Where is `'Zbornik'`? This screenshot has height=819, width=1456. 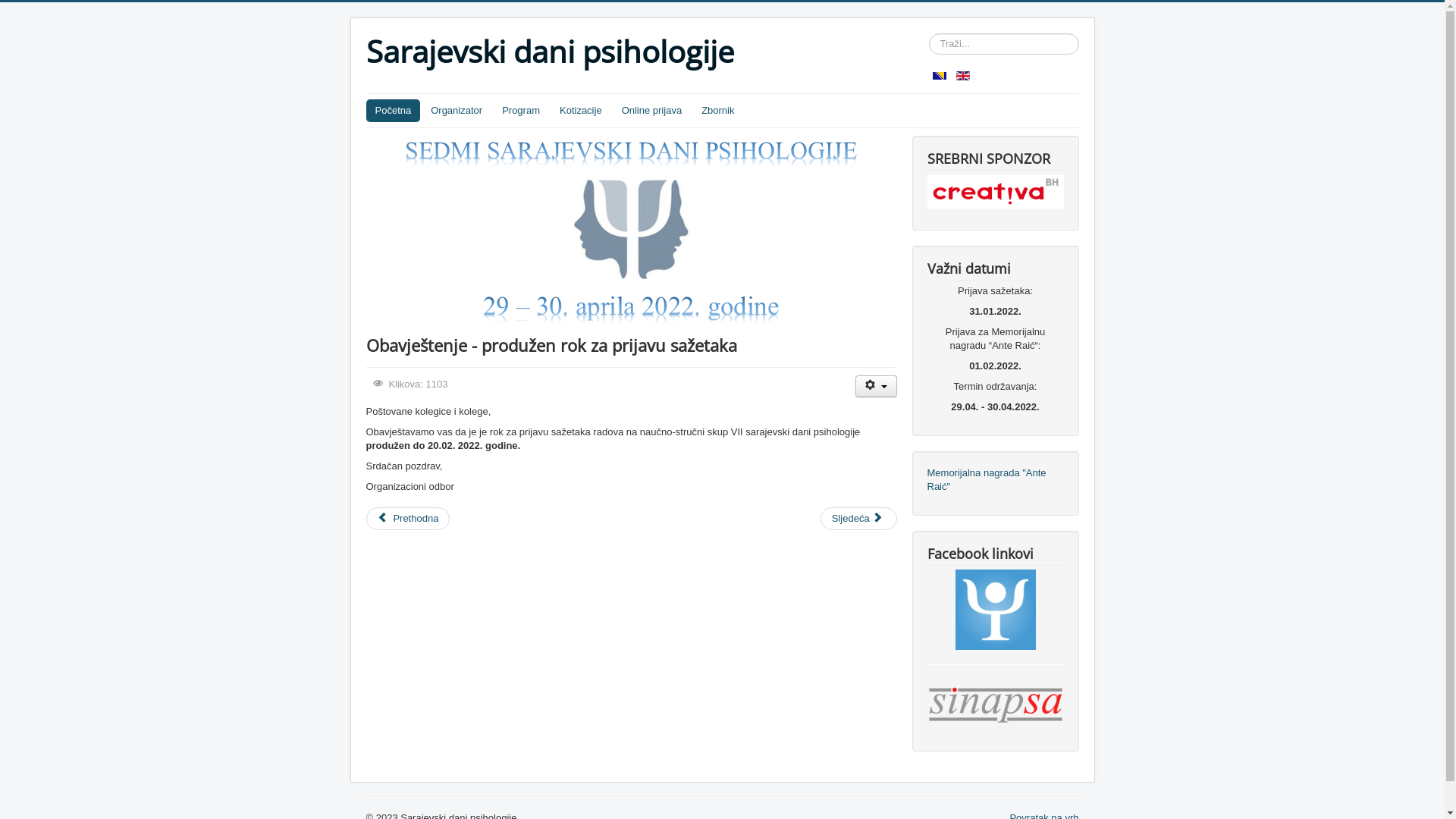
'Zbornik' is located at coordinates (717, 110).